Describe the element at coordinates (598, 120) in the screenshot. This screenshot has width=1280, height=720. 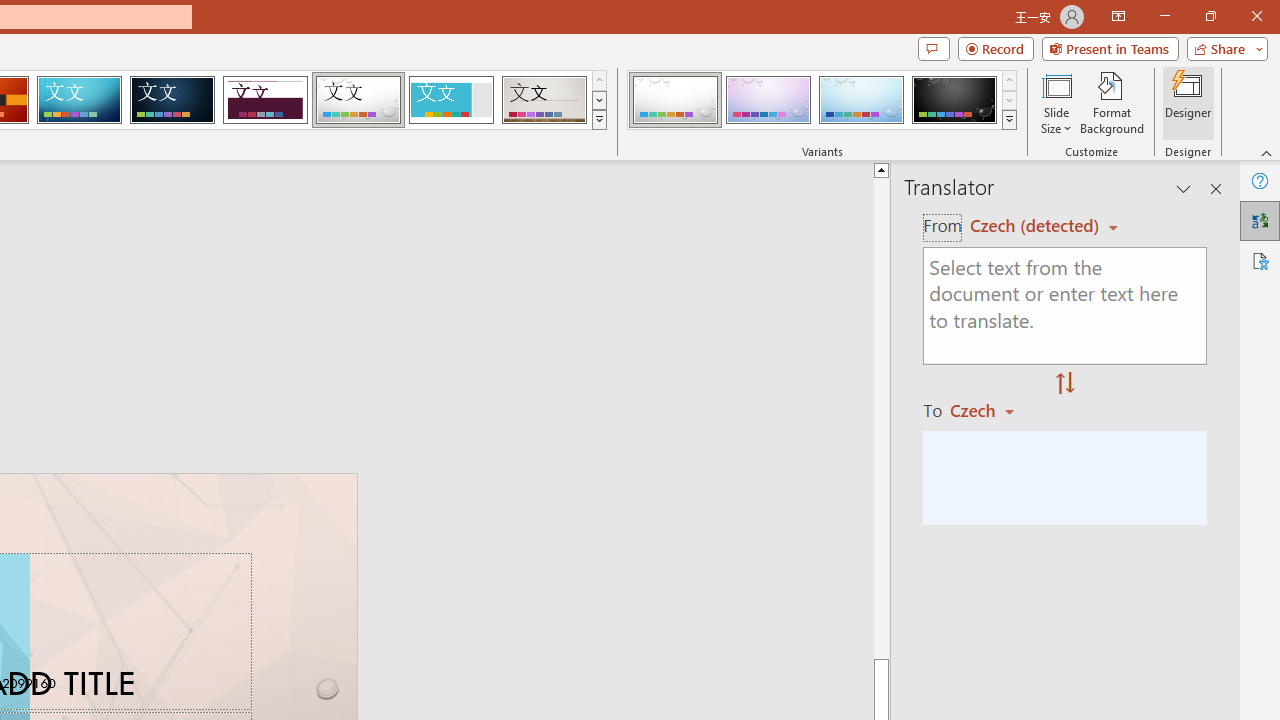
I see `'Themes'` at that location.